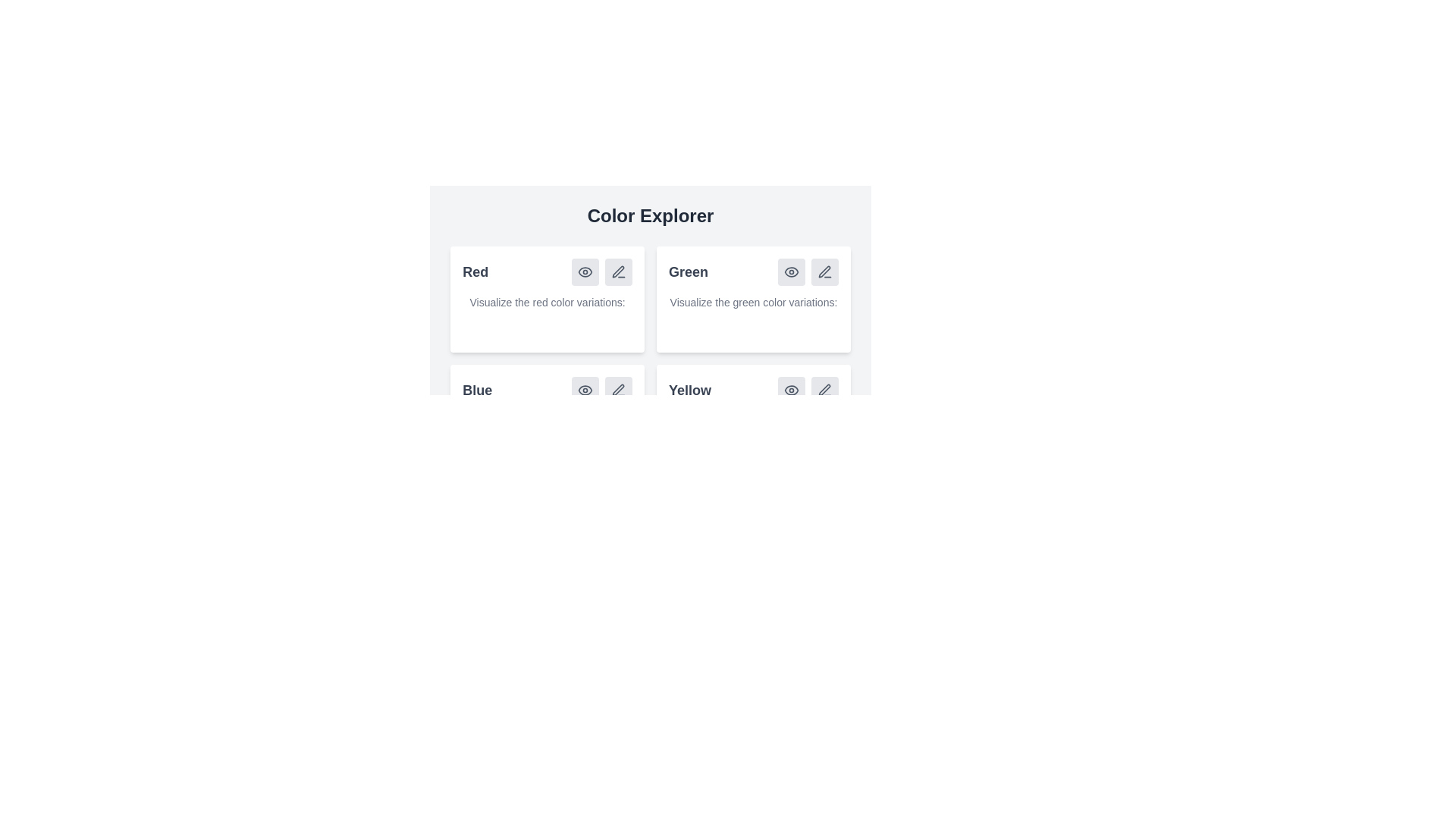 This screenshot has width=1456, height=819. Describe the element at coordinates (601, 390) in the screenshot. I see `the pen icon in the horizontal group of action buttons for editing details, located within the 'Blue' color section of the 'Color Explorer'` at that location.